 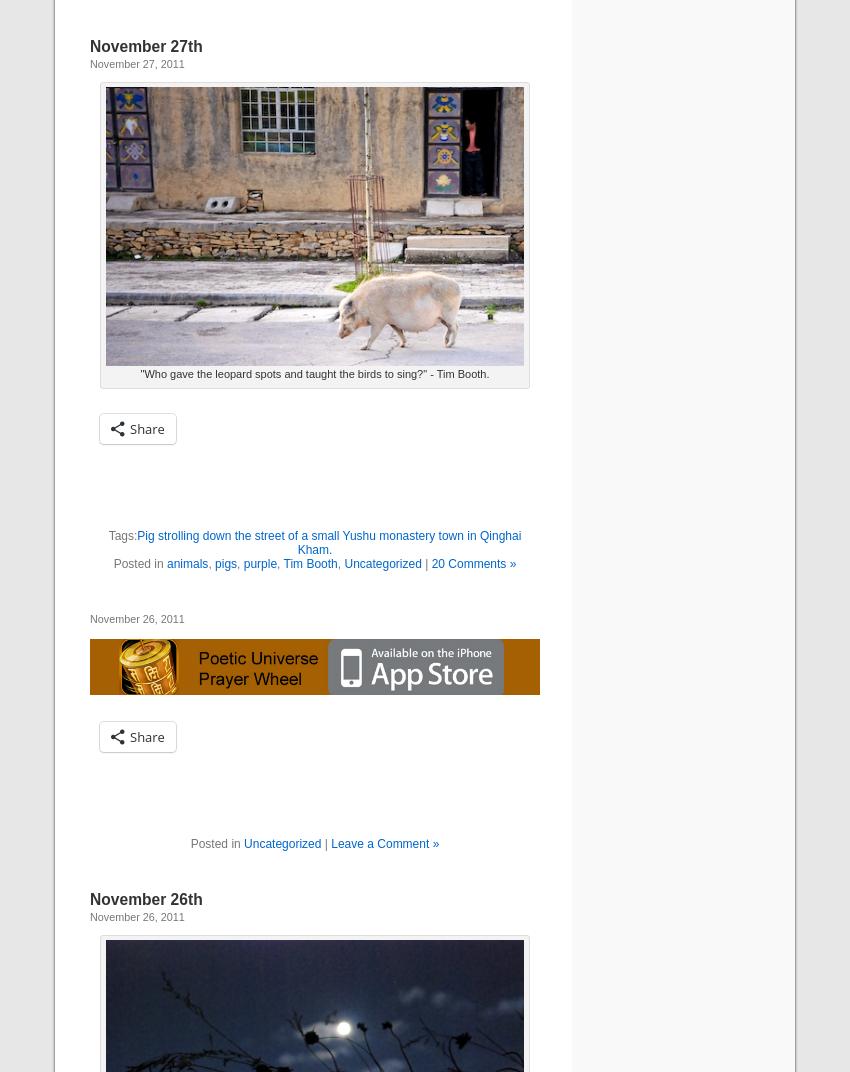 I want to click on 'November 27th', so click(x=146, y=44).